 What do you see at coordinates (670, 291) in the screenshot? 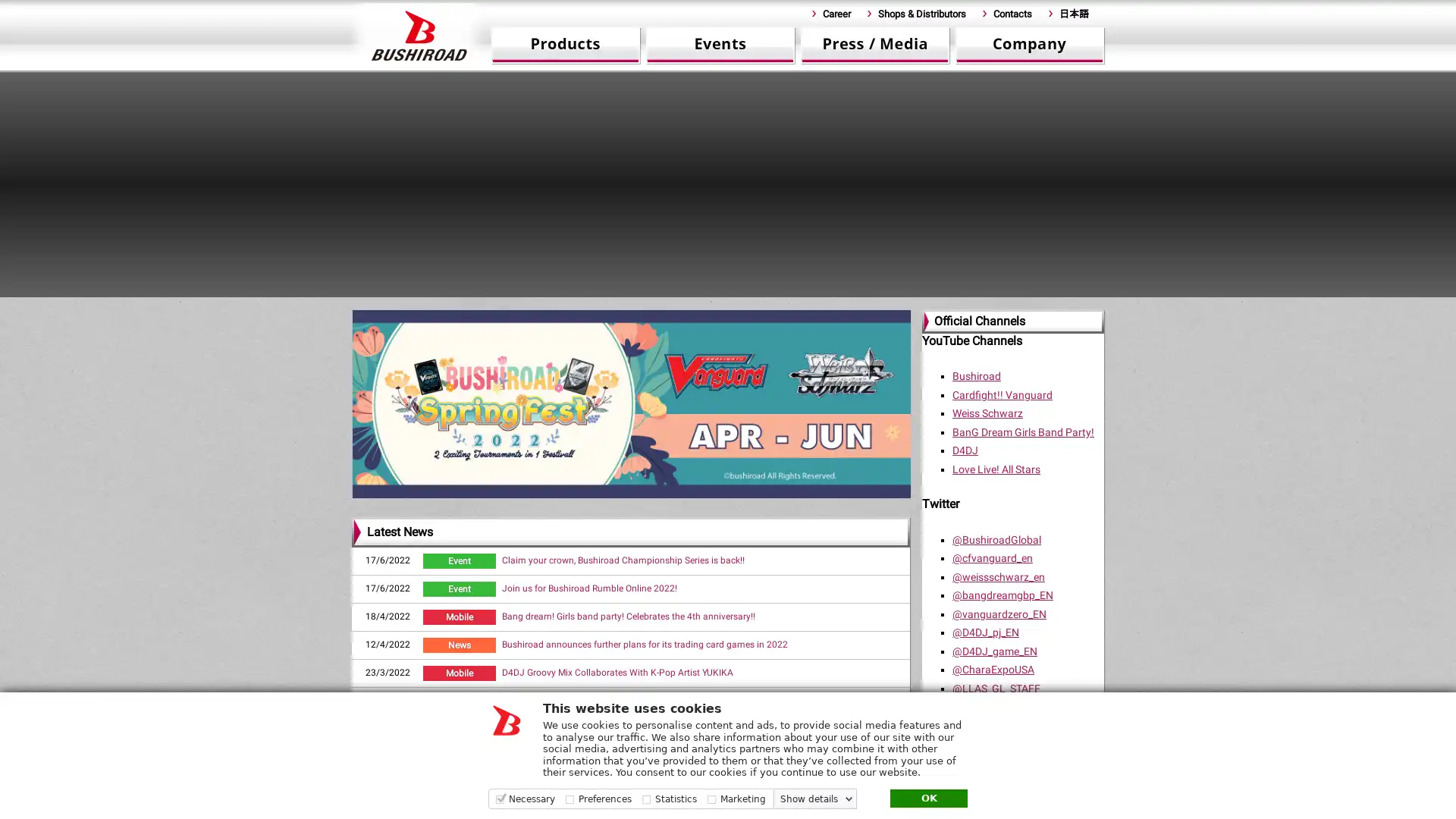
I see `6` at bounding box center [670, 291].